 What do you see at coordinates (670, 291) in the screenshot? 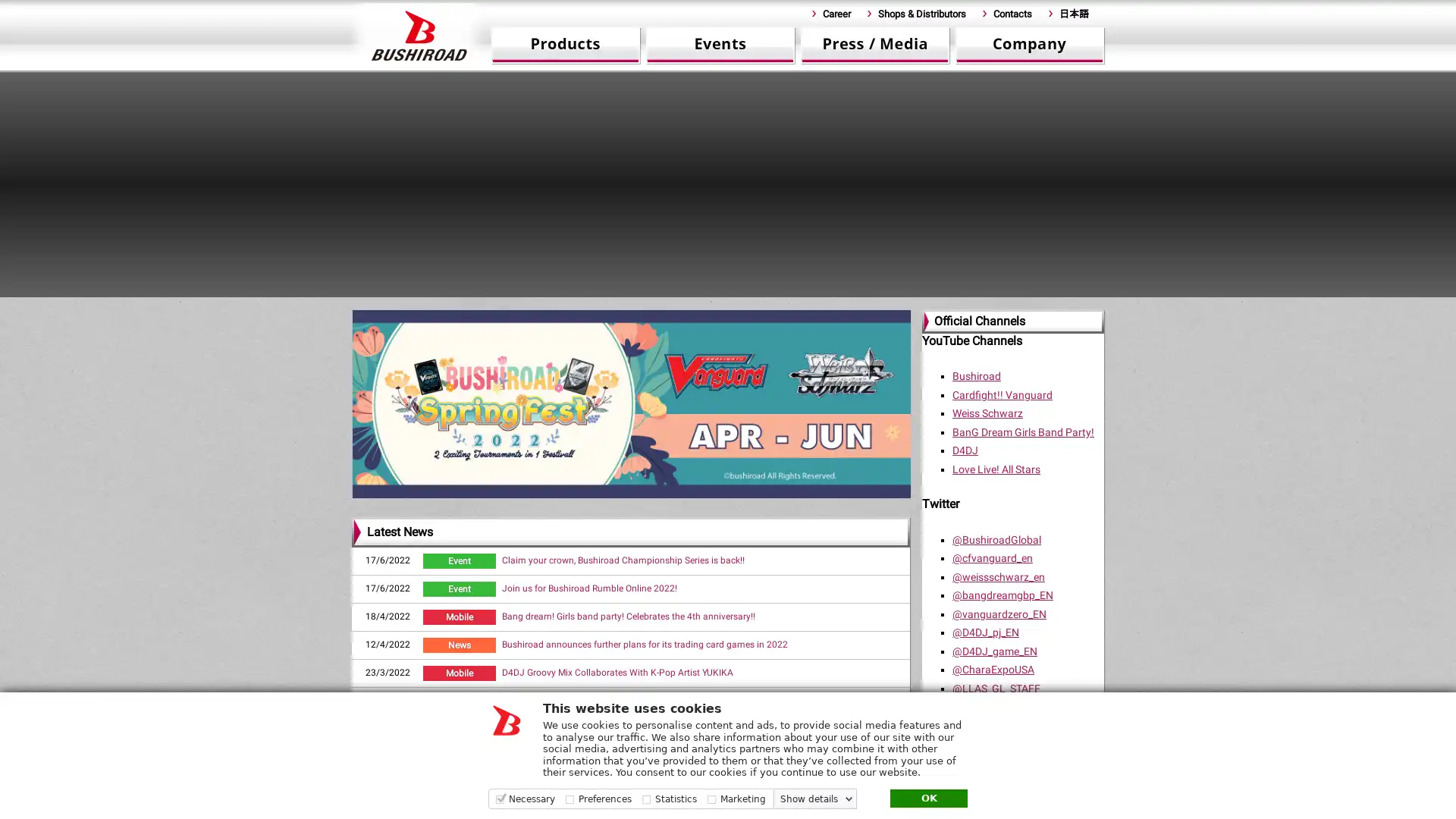
I see `6` at bounding box center [670, 291].